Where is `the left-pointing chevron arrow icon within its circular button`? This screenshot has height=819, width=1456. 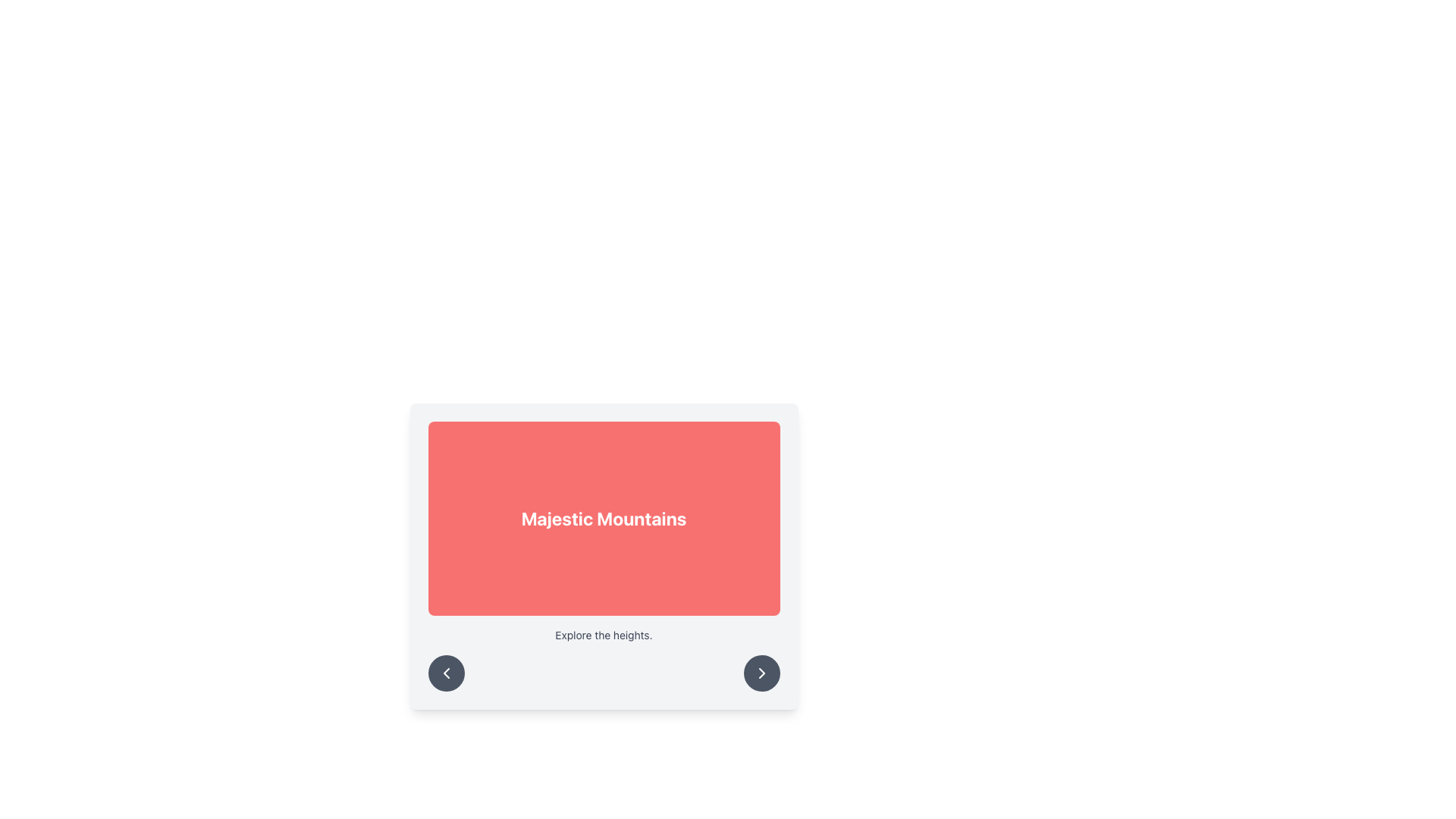 the left-pointing chevron arrow icon within its circular button is located at coordinates (445, 672).